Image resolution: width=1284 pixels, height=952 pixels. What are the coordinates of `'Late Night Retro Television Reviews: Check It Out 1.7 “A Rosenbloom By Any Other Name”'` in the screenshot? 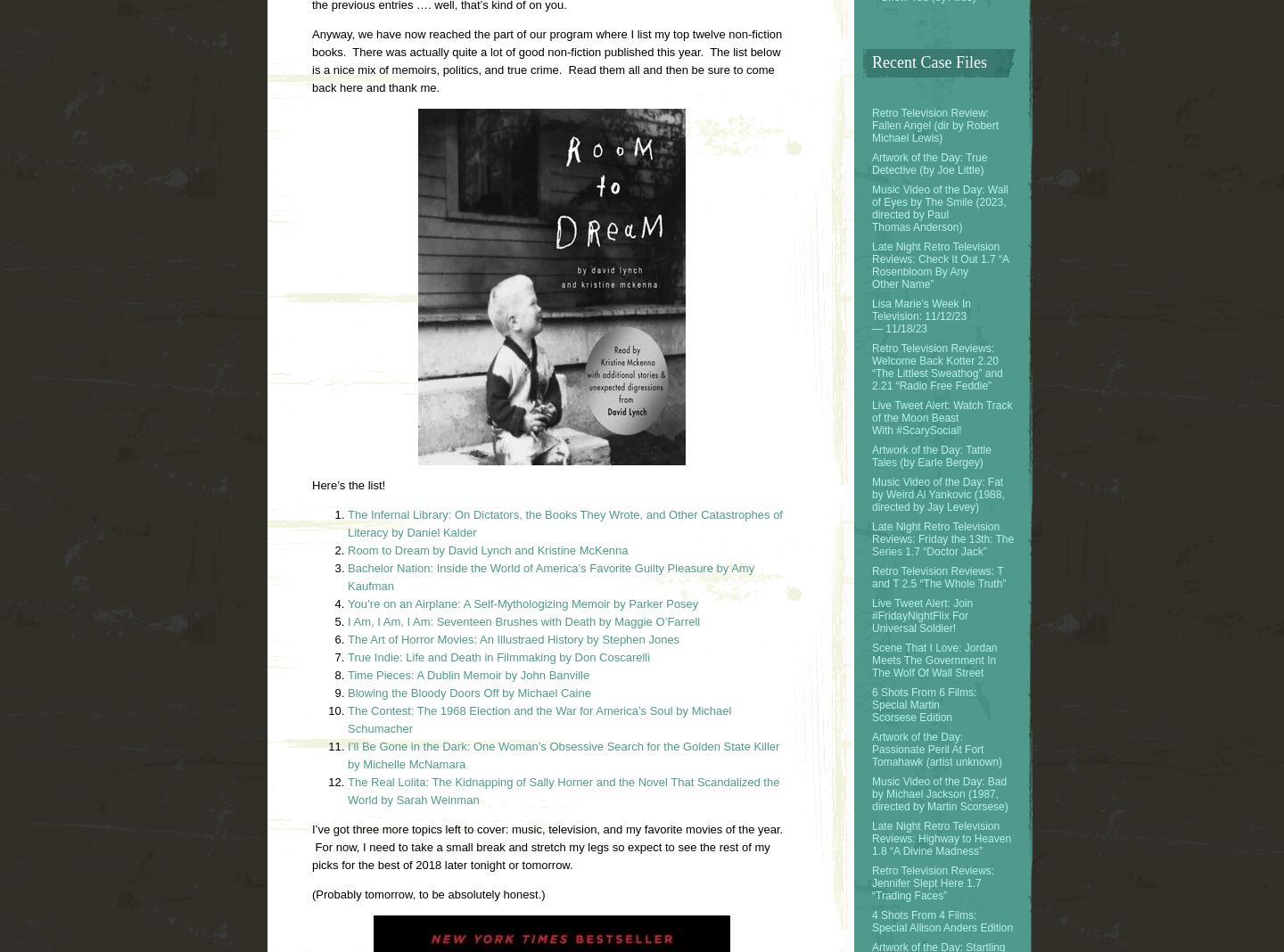 It's located at (940, 264).